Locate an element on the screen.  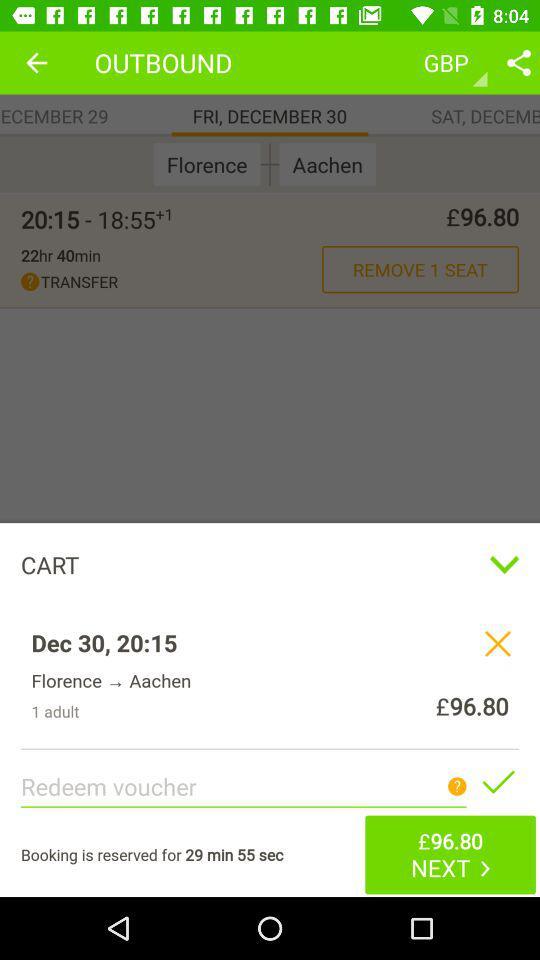
the close icon is located at coordinates (496, 642).